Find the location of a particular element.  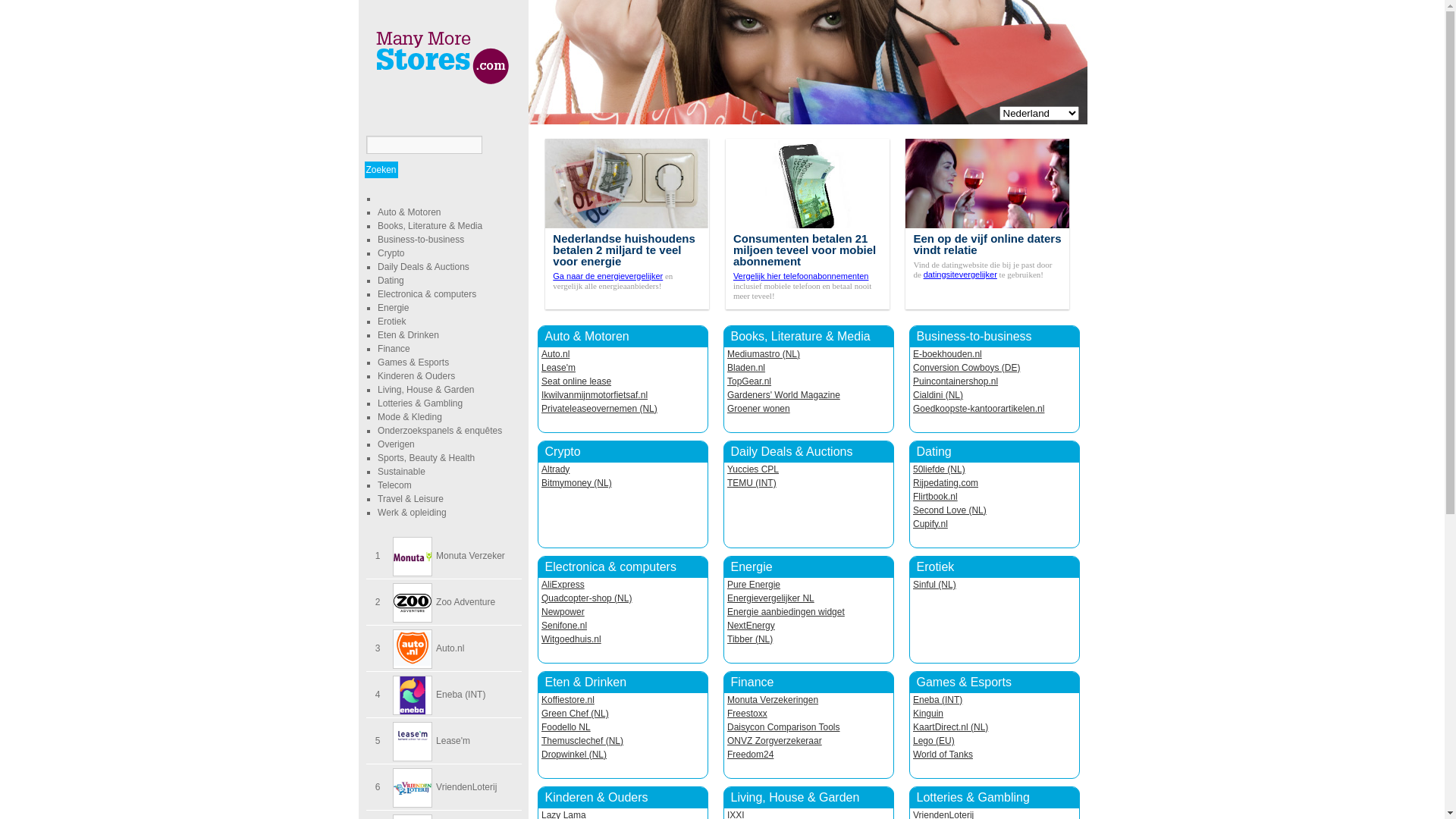

'TopGear.nl' is located at coordinates (749, 380).